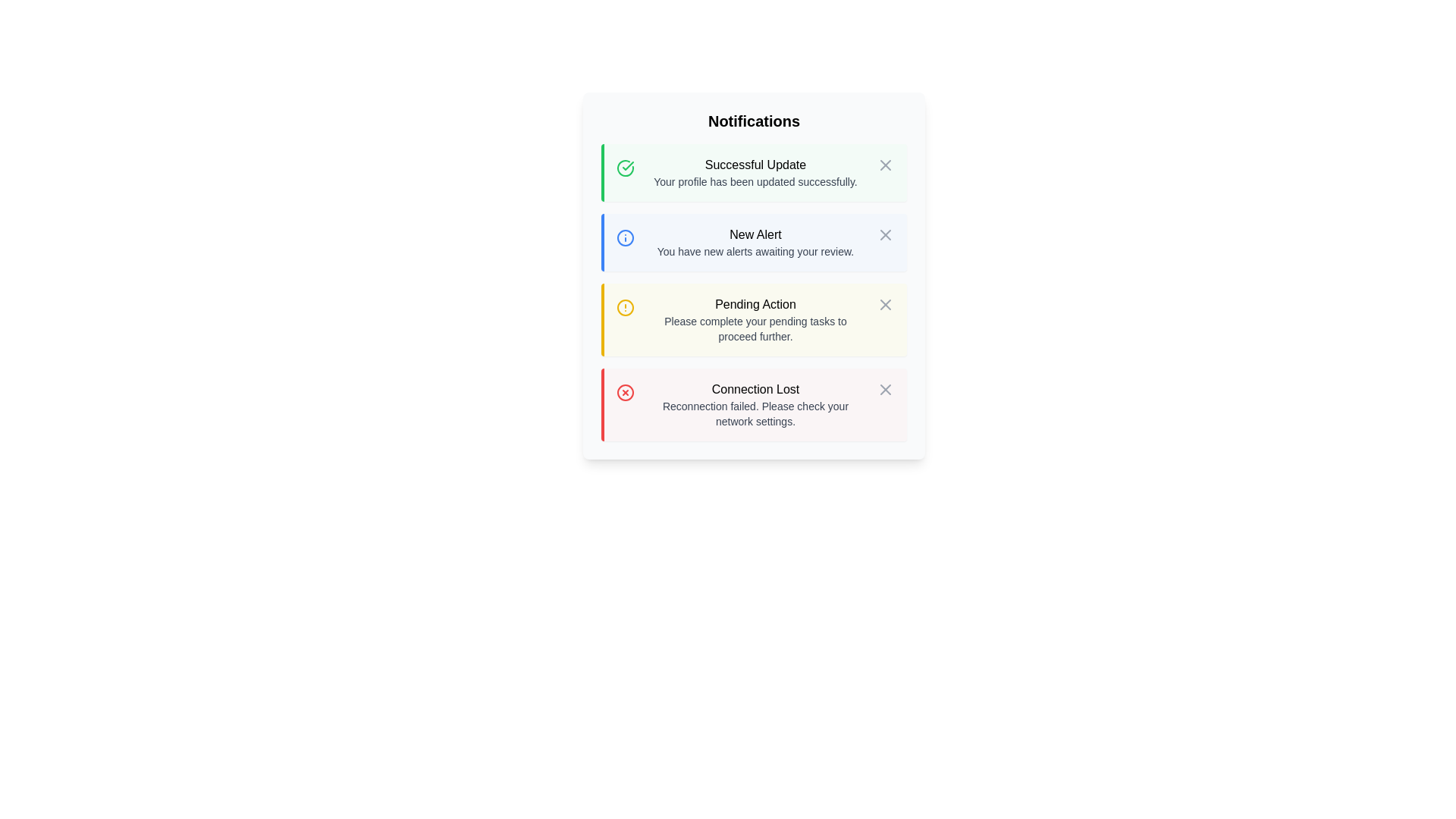 The height and width of the screenshot is (819, 1456). What do you see at coordinates (626, 391) in the screenshot?
I see `the circular red icon with a white cross, which signifies an error` at bounding box center [626, 391].